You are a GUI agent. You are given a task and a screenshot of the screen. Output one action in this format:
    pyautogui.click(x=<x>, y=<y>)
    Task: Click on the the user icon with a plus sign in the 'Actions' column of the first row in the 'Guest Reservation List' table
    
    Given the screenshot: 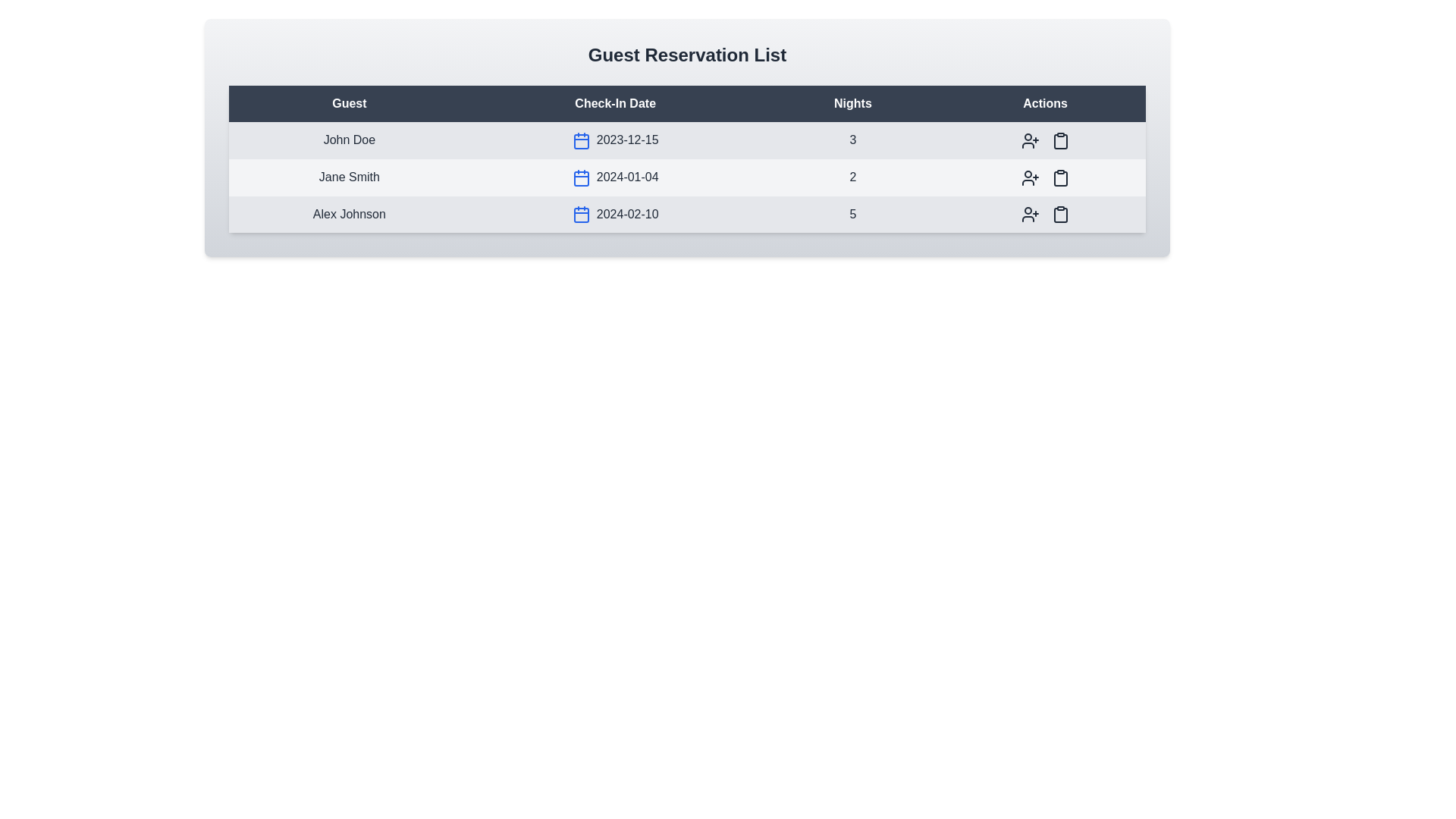 What is the action you would take?
    pyautogui.click(x=1030, y=140)
    